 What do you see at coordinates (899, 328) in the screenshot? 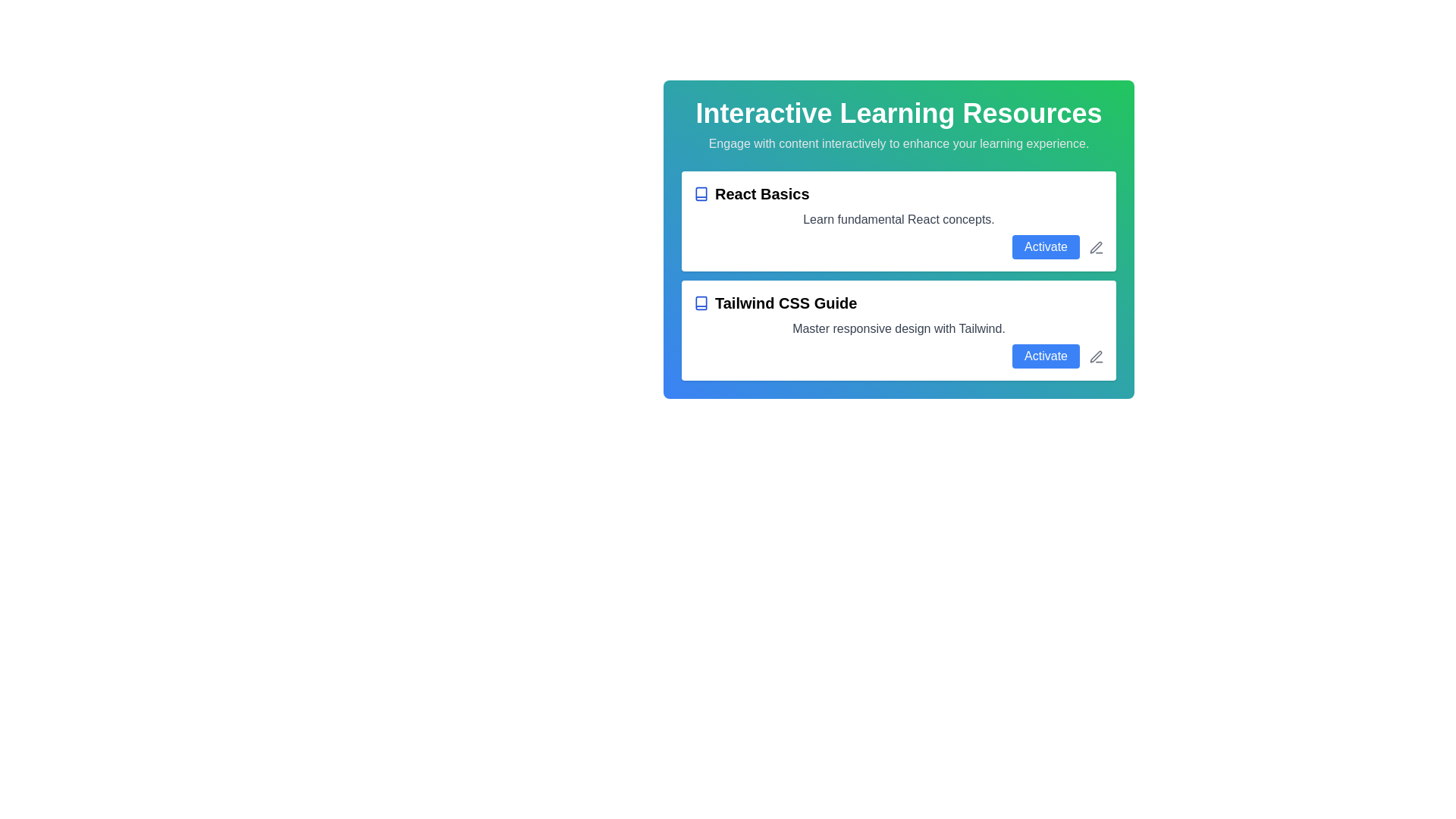
I see `descriptive text about 'Tailwind CSS Guide', which is the second text line within the card directly under the title and above the 'Activate' button` at bounding box center [899, 328].